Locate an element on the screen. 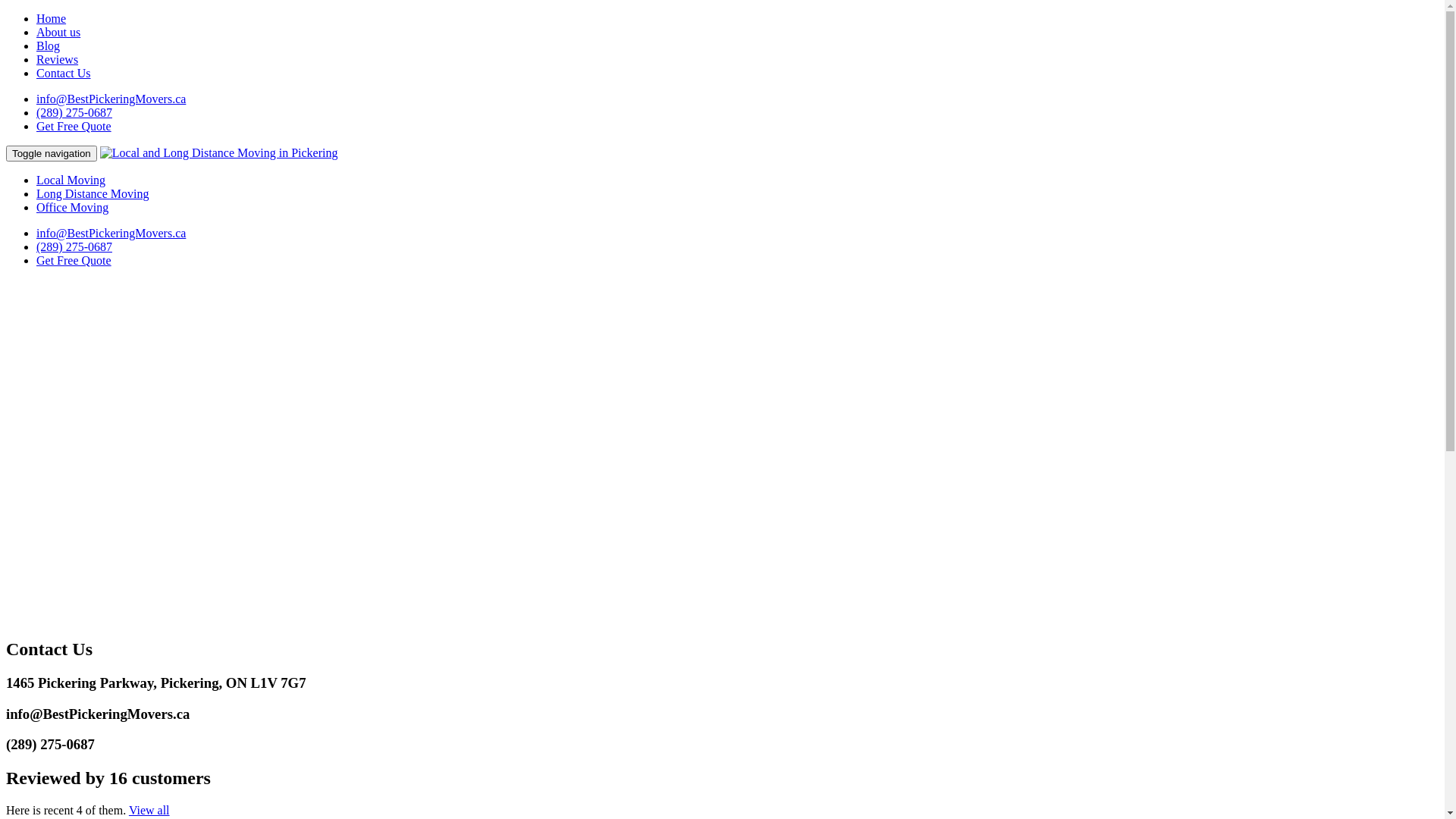  'Local Moving' is located at coordinates (70, 179).